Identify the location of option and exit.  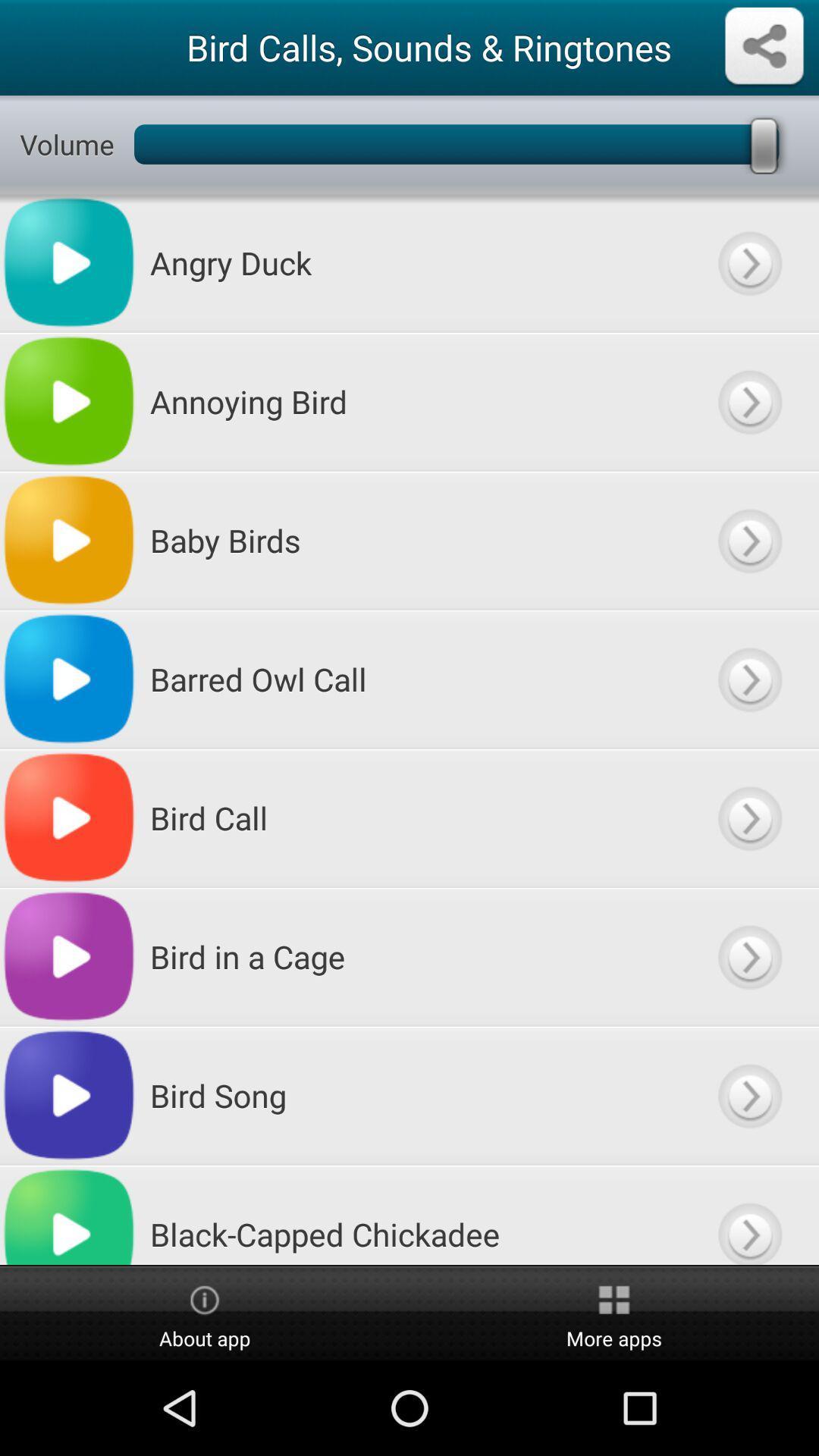
(748, 262).